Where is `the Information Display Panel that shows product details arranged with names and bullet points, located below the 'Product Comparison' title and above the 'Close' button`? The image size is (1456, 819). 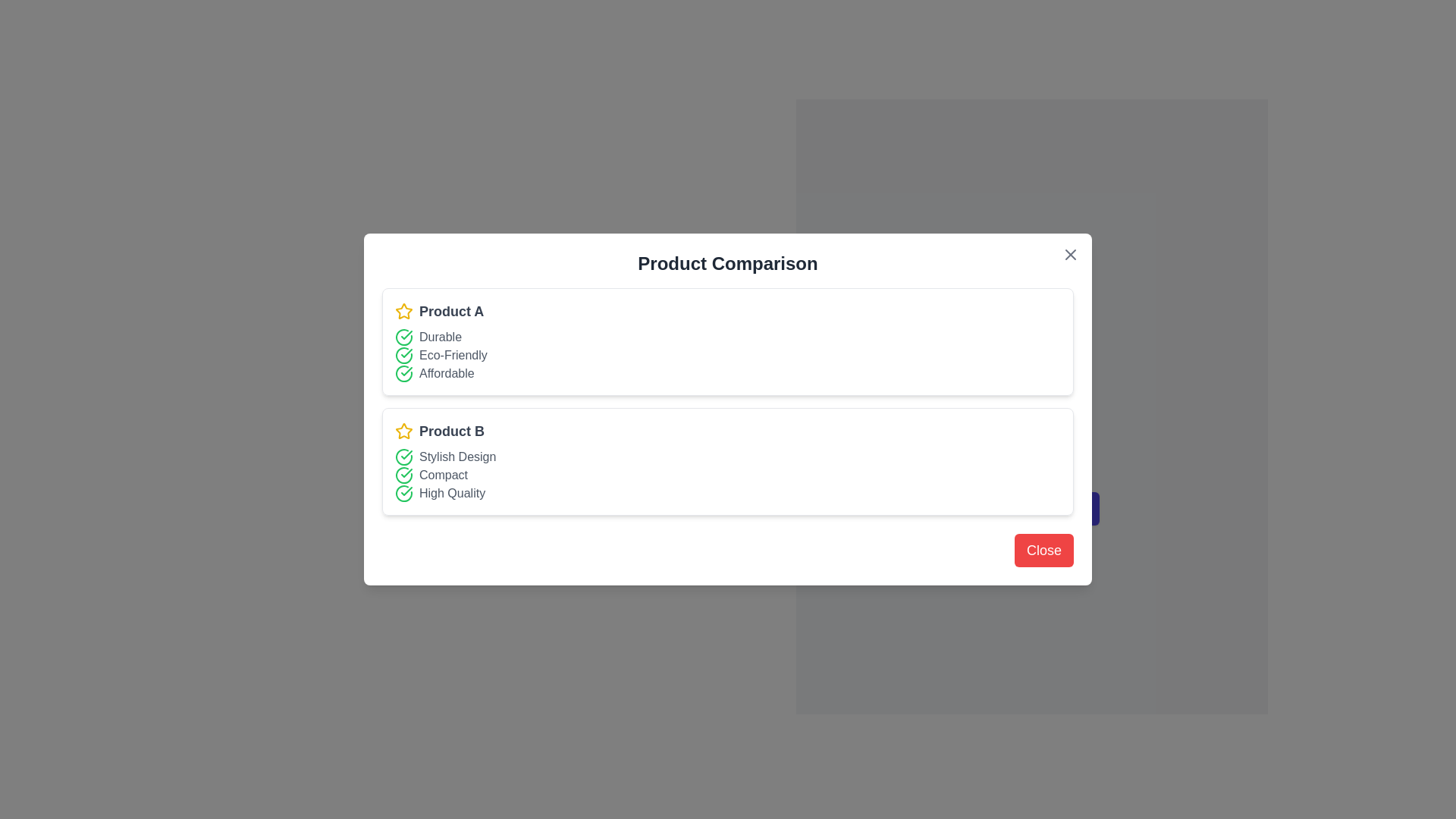 the Information Display Panel that shows product details arranged with names and bullet points, located below the 'Product Comparison' title and above the 'Close' button is located at coordinates (728, 400).